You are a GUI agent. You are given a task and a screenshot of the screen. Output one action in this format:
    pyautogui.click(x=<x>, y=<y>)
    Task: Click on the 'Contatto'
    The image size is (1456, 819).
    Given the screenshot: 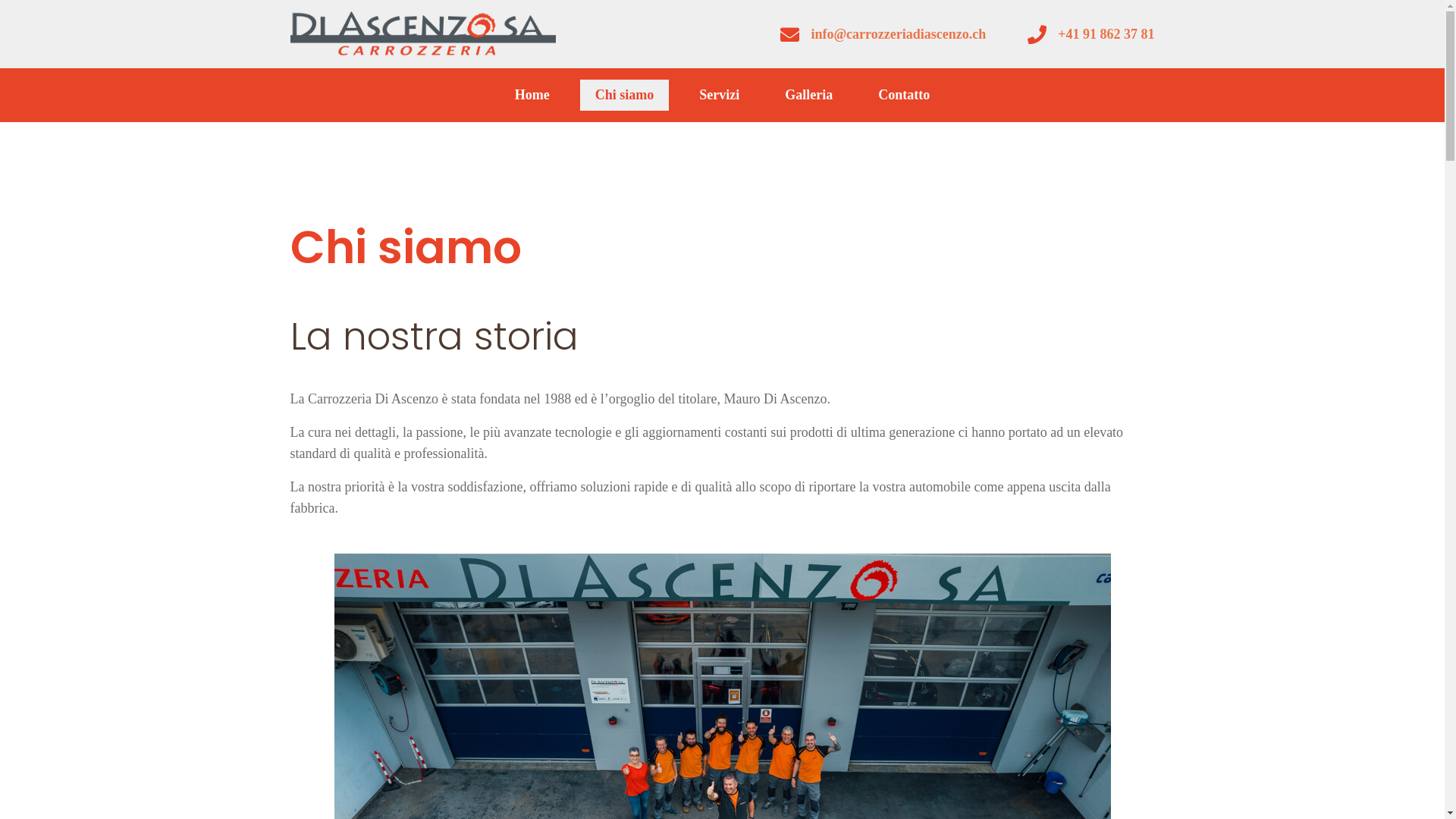 What is the action you would take?
    pyautogui.click(x=862, y=95)
    